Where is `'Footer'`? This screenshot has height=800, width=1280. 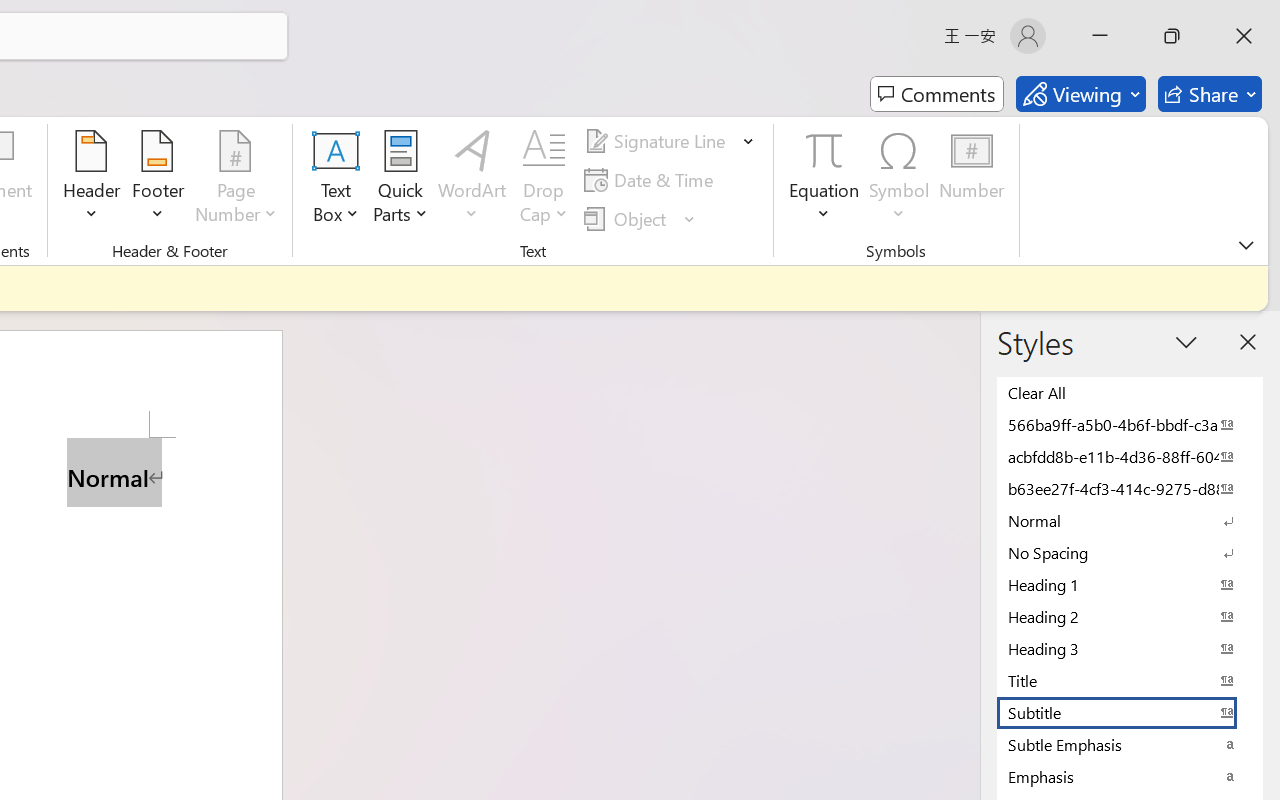 'Footer' is located at coordinates (157, 179).